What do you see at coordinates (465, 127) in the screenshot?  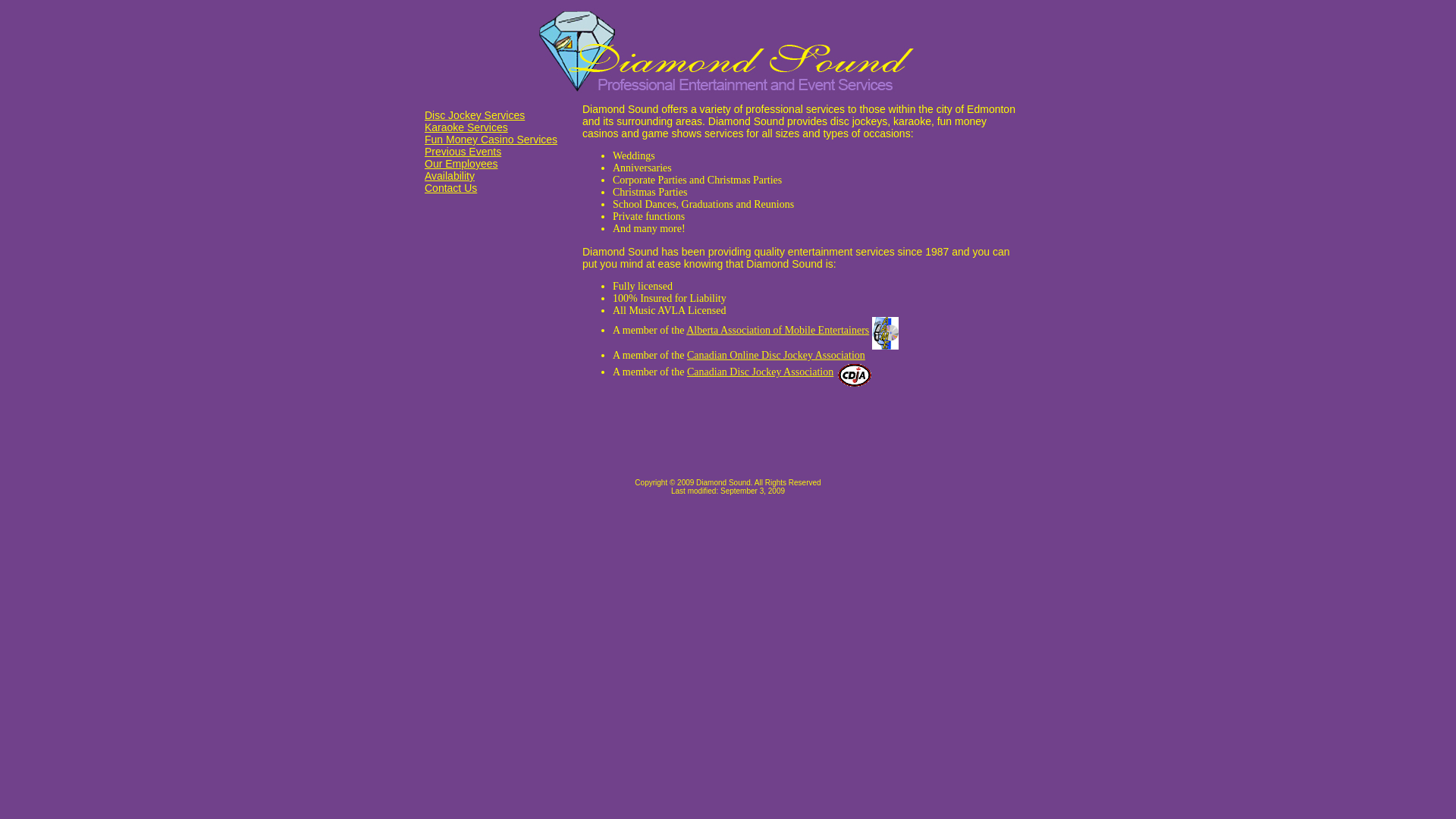 I see `'Karaoke Services'` at bounding box center [465, 127].